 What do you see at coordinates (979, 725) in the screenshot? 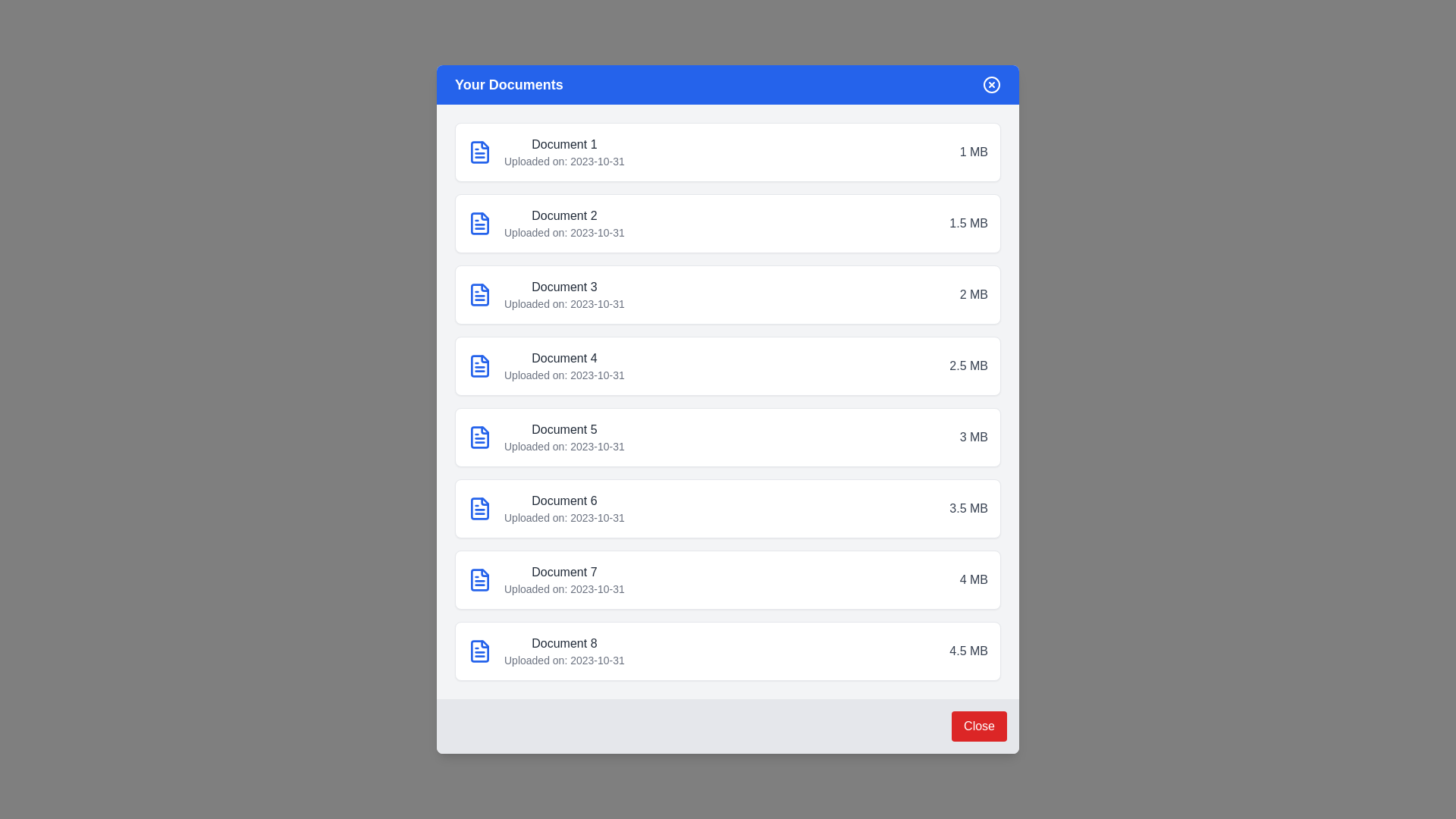
I see `the 'Close' button to close the dialog` at bounding box center [979, 725].